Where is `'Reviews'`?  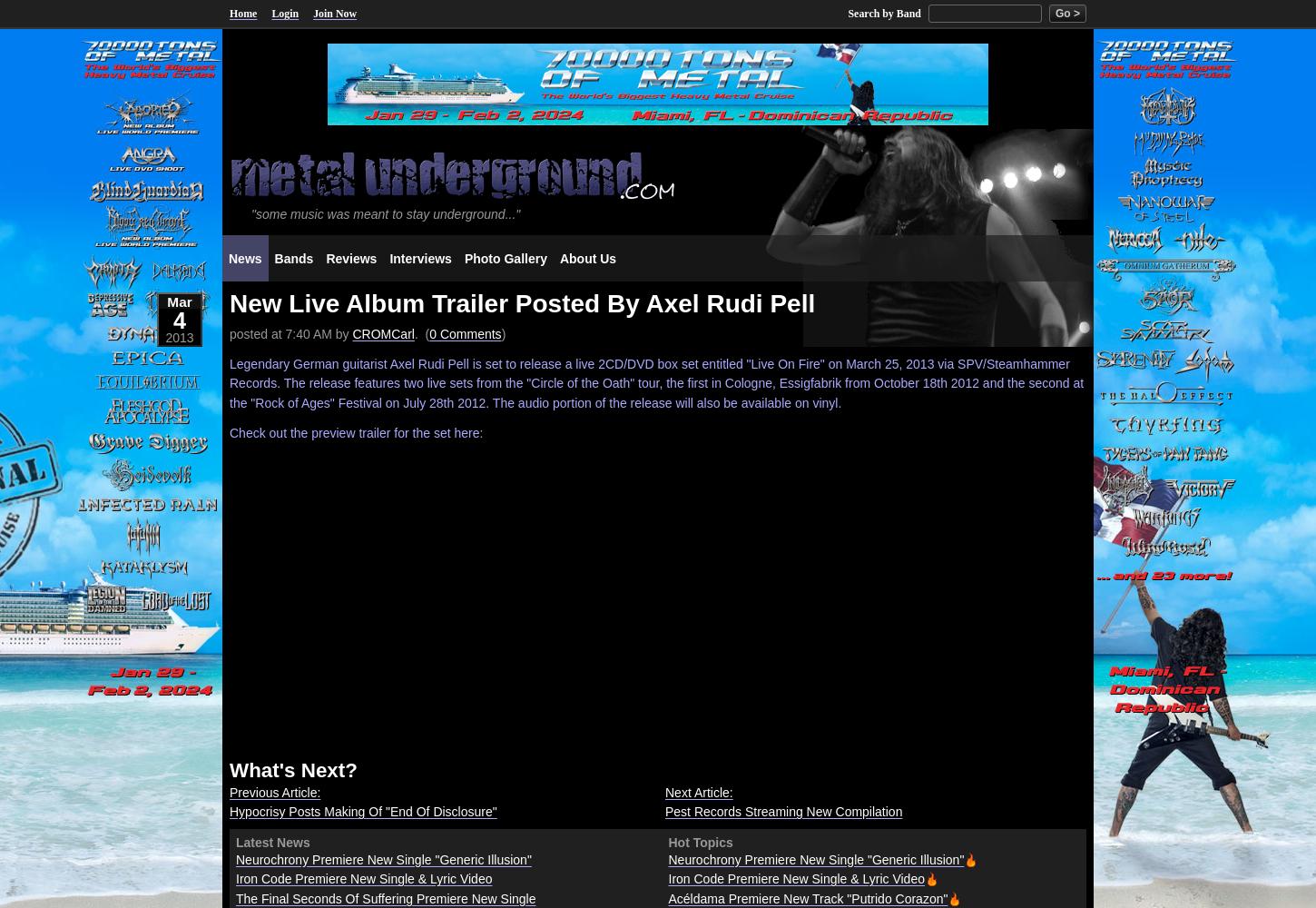 'Reviews' is located at coordinates (350, 258).